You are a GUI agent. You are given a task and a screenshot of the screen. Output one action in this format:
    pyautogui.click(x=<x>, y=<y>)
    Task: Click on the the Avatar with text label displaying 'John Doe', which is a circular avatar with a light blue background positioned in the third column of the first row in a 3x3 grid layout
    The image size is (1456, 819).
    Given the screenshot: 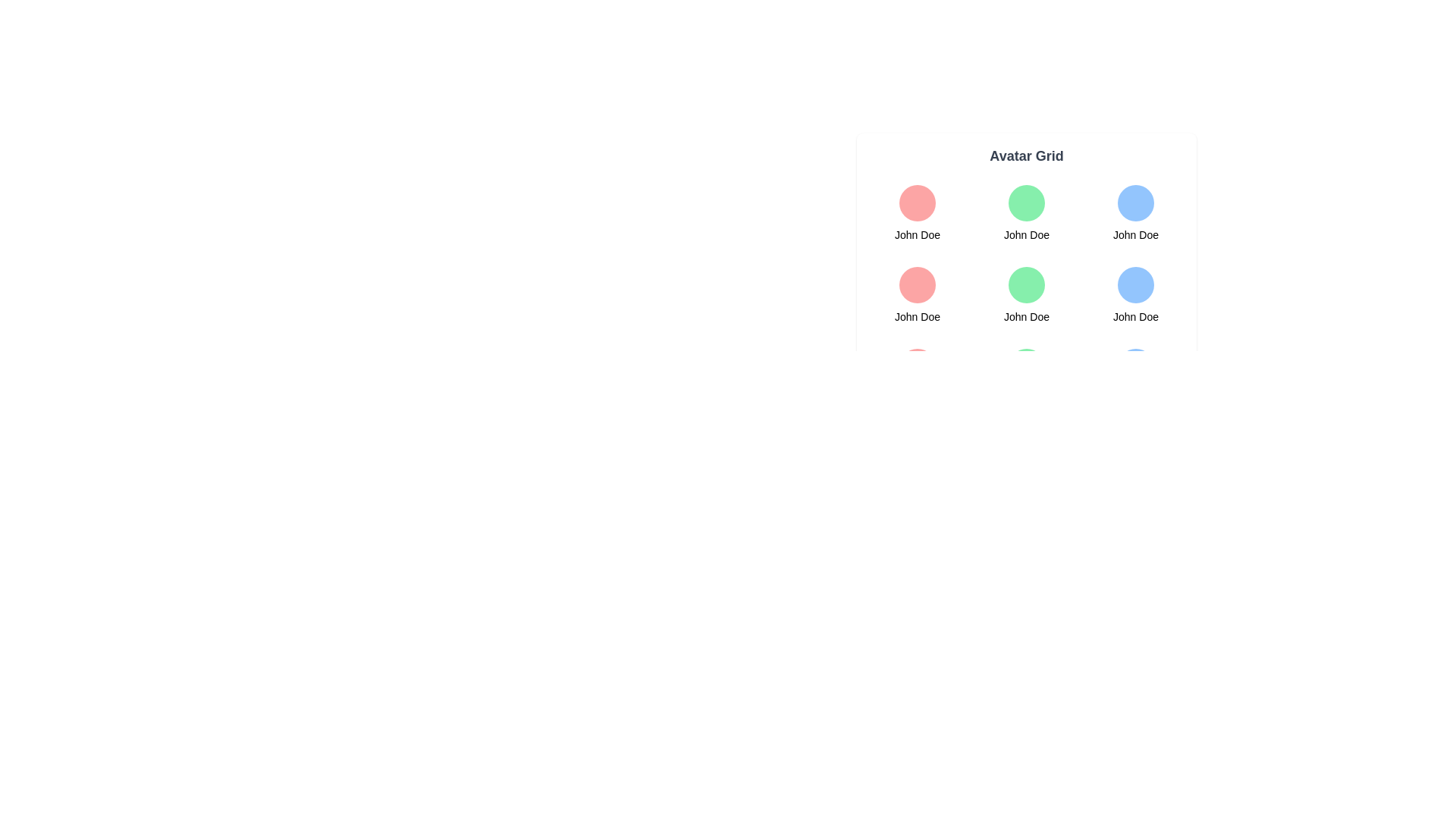 What is the action you would take?
    pyautogui.click(x=1135, y=213)
    